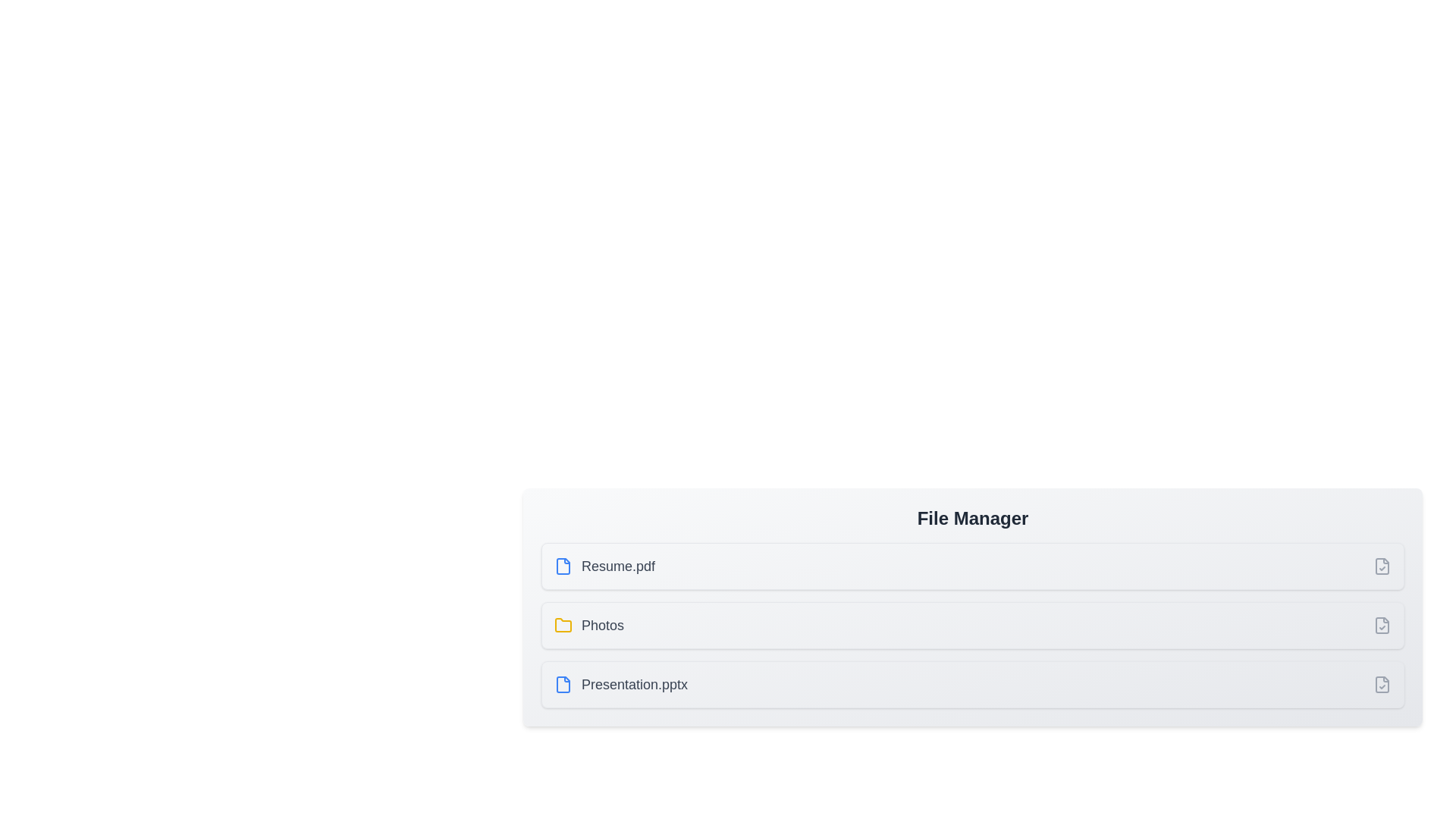 The height and width of the screenshot is (819, 1456). Describe the element at coordinates (604, 566) in the screenshot. I see `the file or folder represented by Resume.pdf` at that location.